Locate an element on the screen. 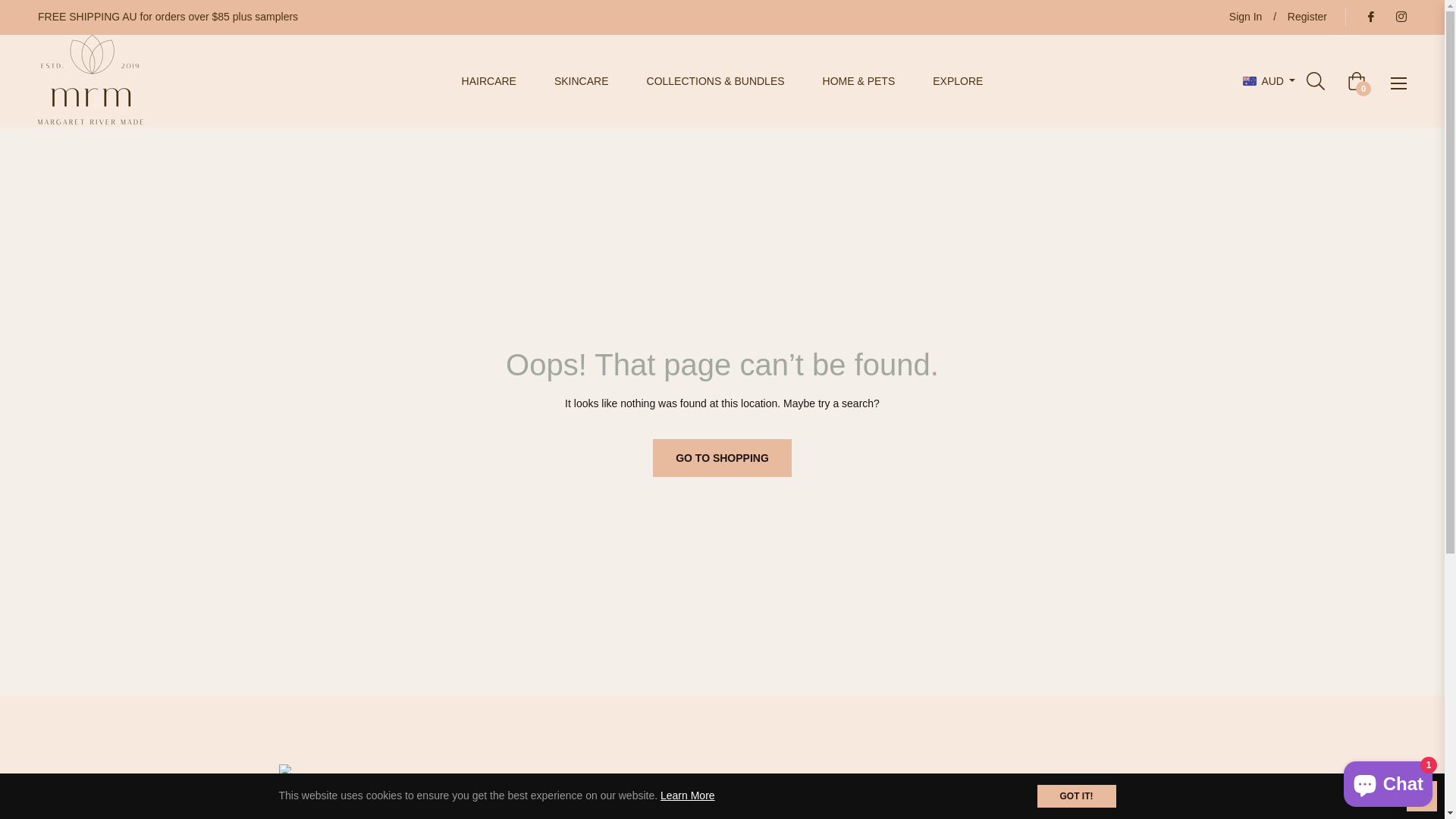 The height and width of the screenshot is (819, 1456). 'Sign In' is located at coordinates (1245, 17).